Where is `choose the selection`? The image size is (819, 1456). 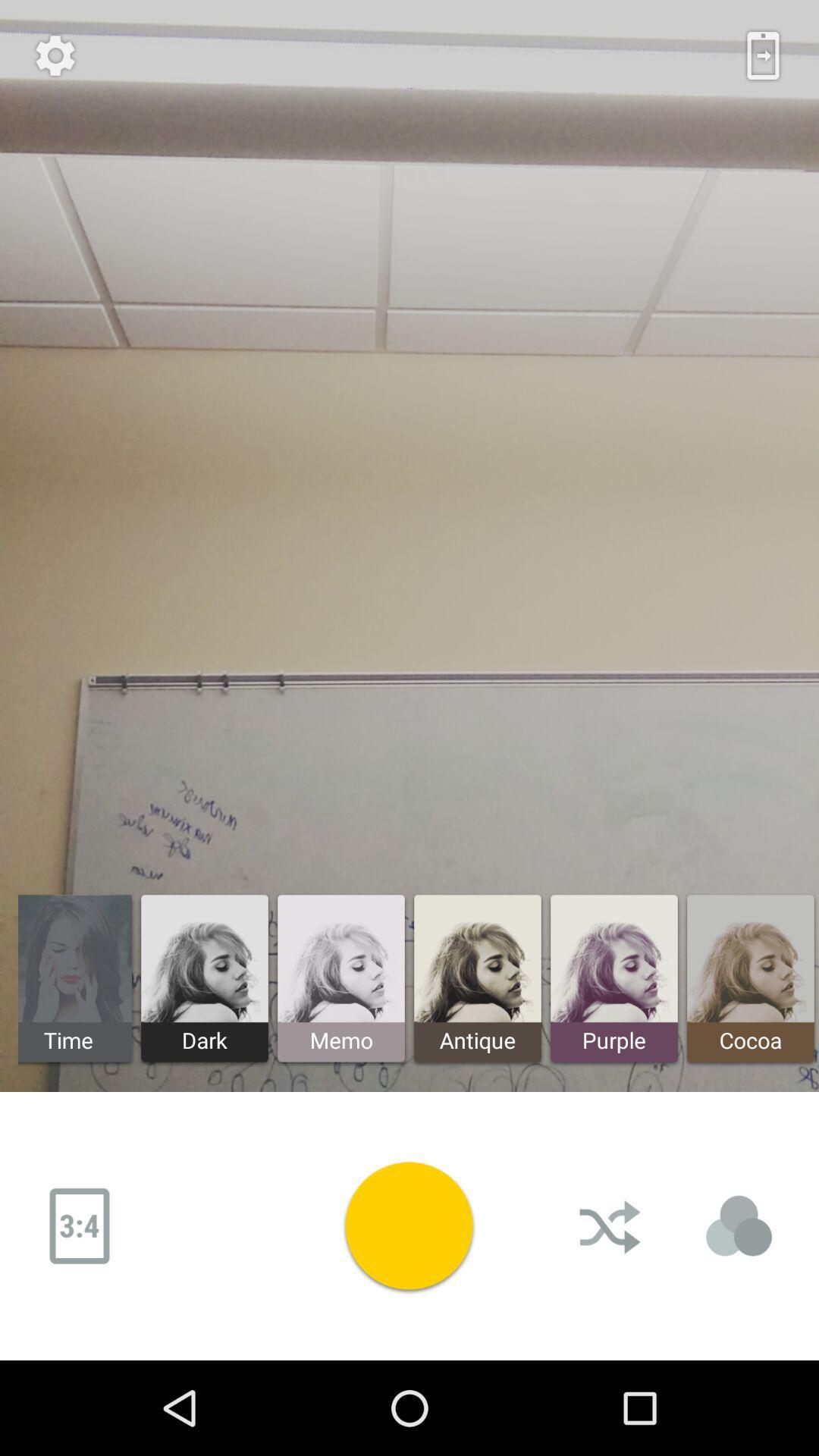 choose the selection is located at coordinates (739, 1226).